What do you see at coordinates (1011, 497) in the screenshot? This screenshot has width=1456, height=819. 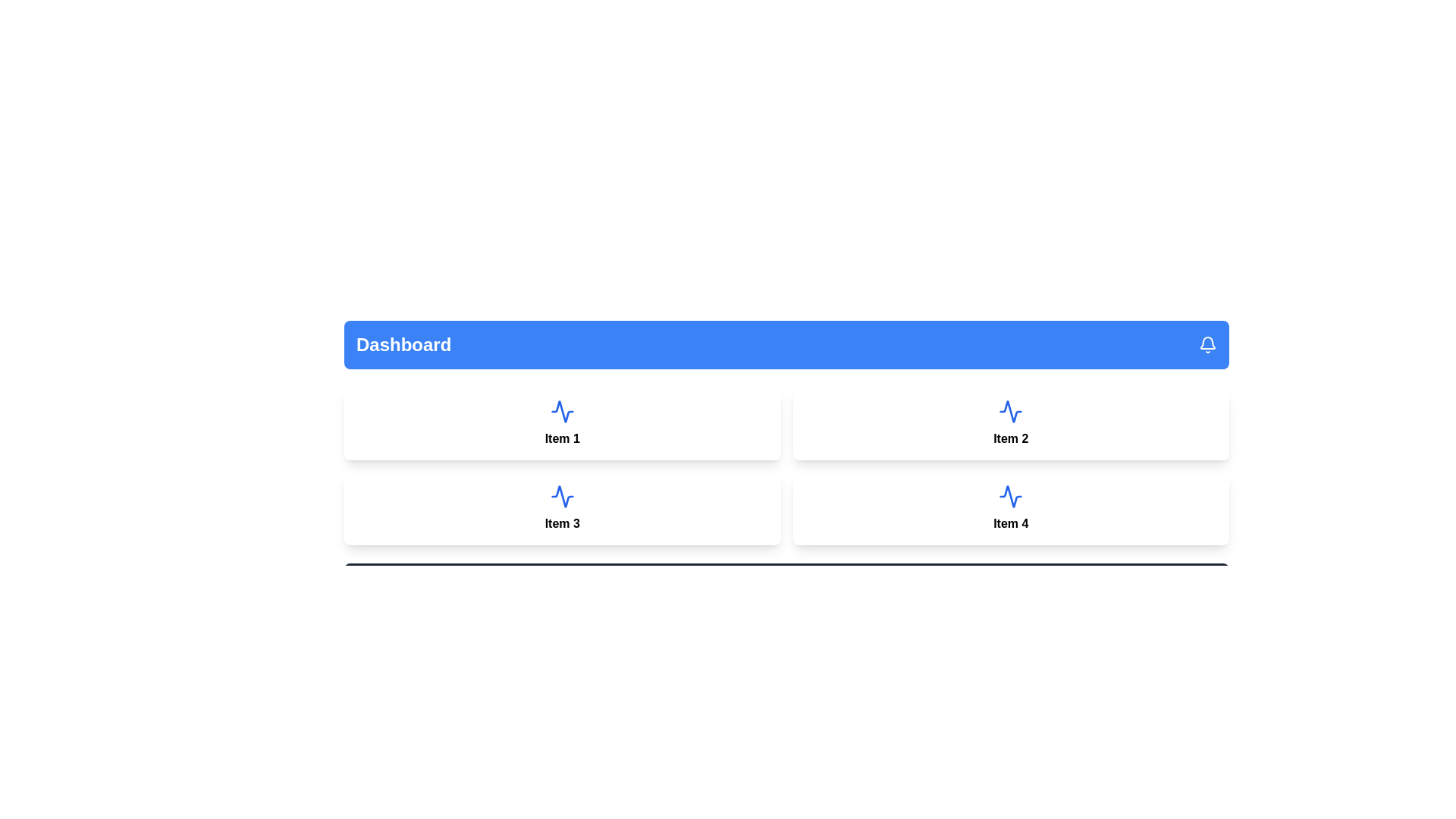 I see `the activity icon located in the bottom-right panel under the 'Item 4' label in the grid layout below the blue navigation bar labeled 'Dashboard'` at bounding box center [1011, 497].